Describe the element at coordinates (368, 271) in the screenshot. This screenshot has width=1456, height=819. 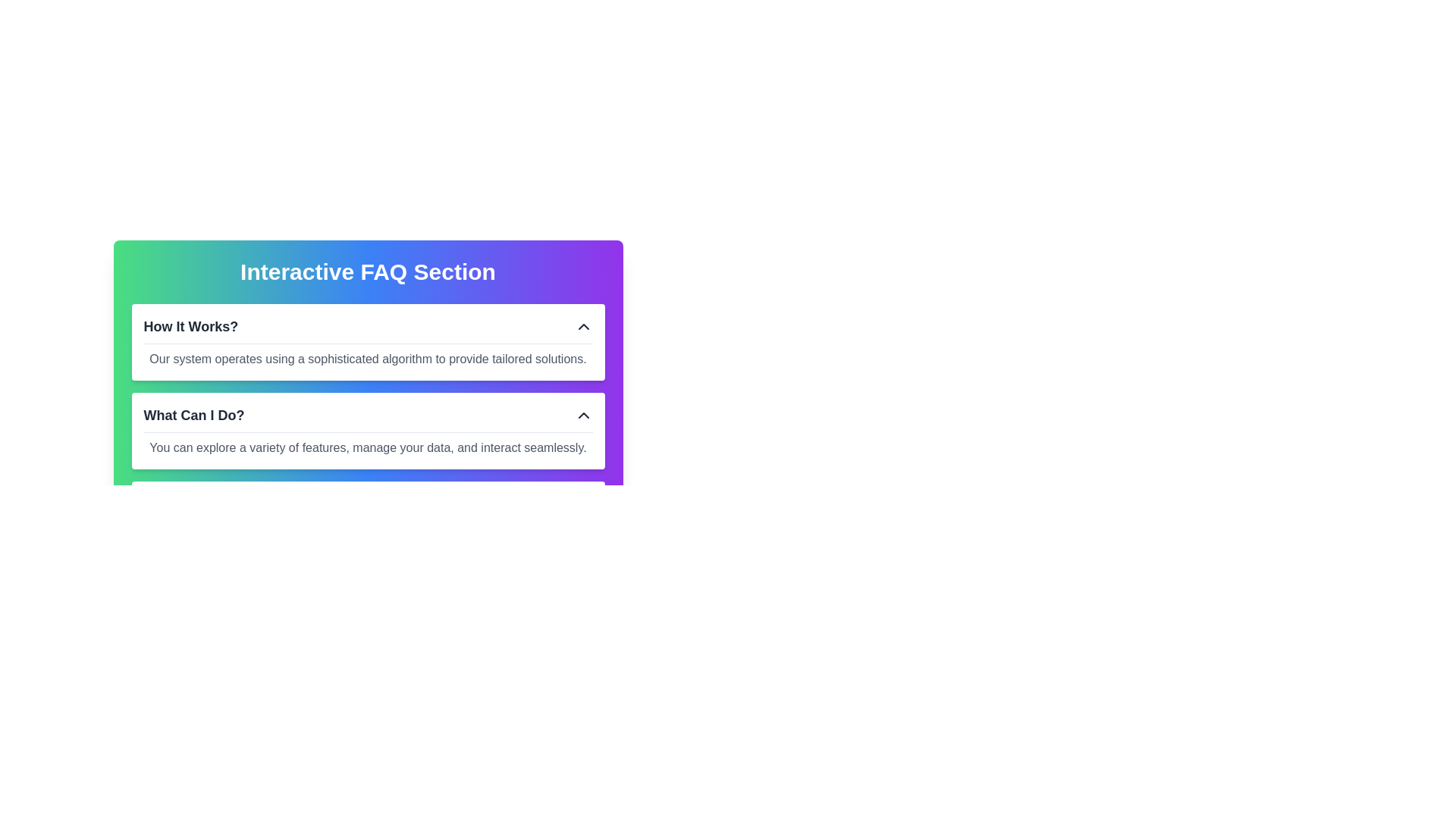
I see `the text label that serves as the title for the interactive FAQ area to trigger tooltips or style changes` at that location.